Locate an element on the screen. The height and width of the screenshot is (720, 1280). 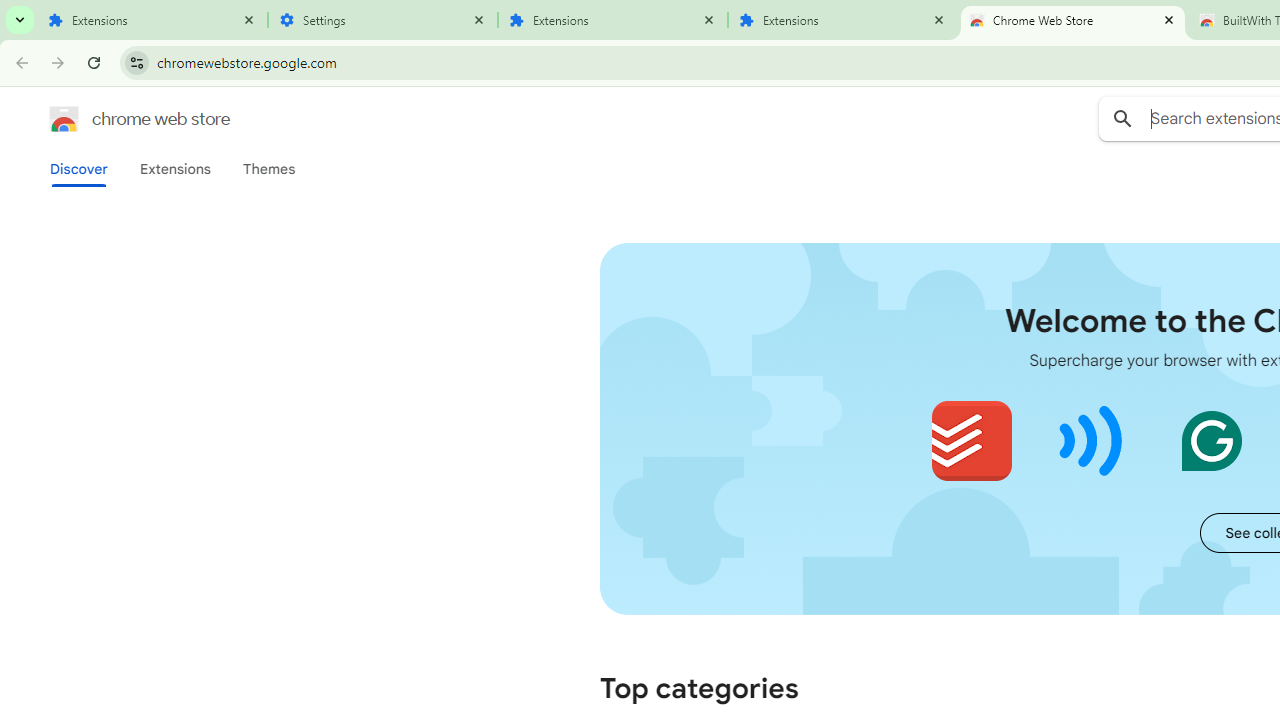
'Grammarly: AI Writing and Grammar Checker App' is located at coordinates (1210, 440).